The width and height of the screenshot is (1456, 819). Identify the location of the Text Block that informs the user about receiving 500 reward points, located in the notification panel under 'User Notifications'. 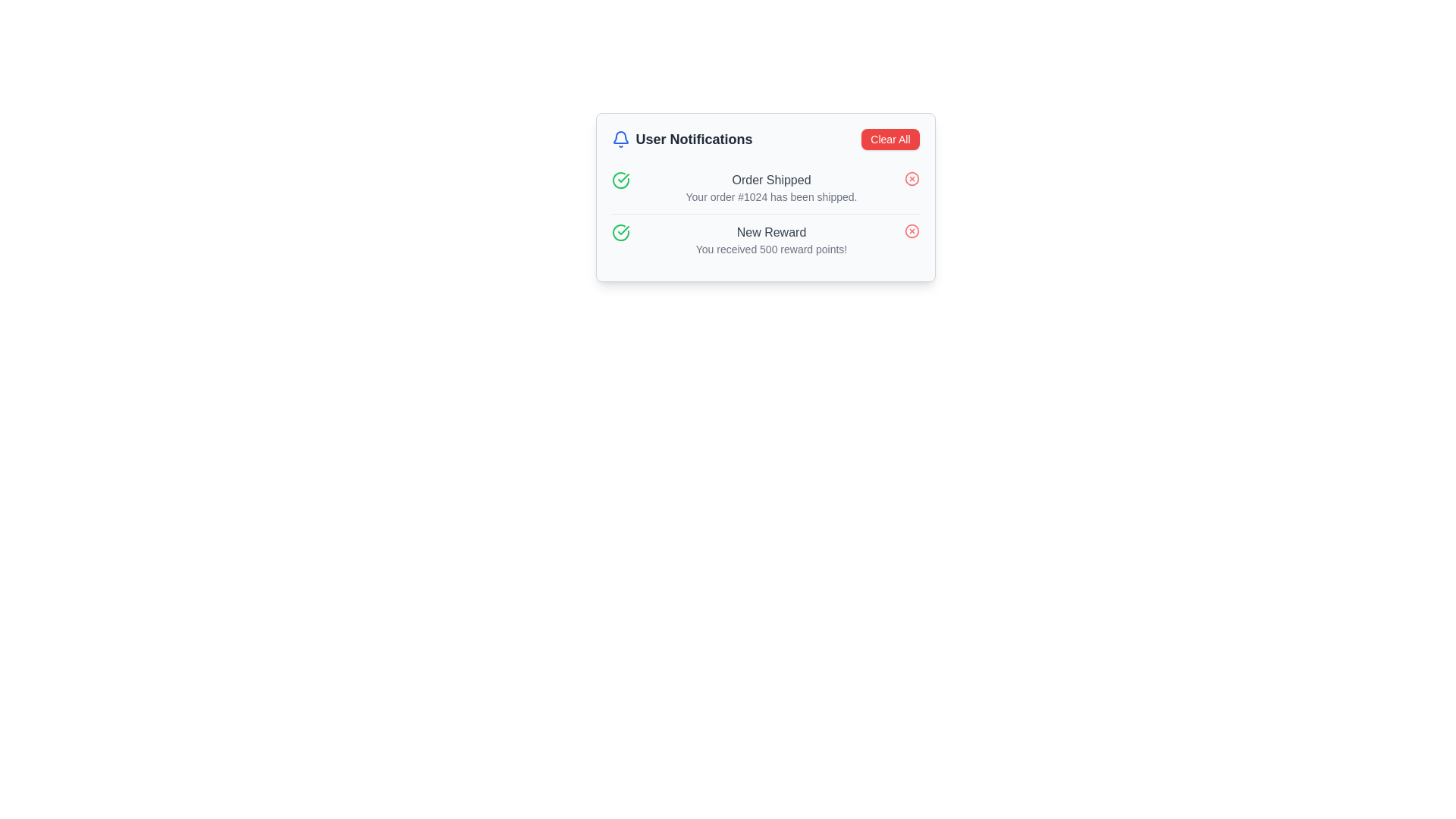
(771, 239).